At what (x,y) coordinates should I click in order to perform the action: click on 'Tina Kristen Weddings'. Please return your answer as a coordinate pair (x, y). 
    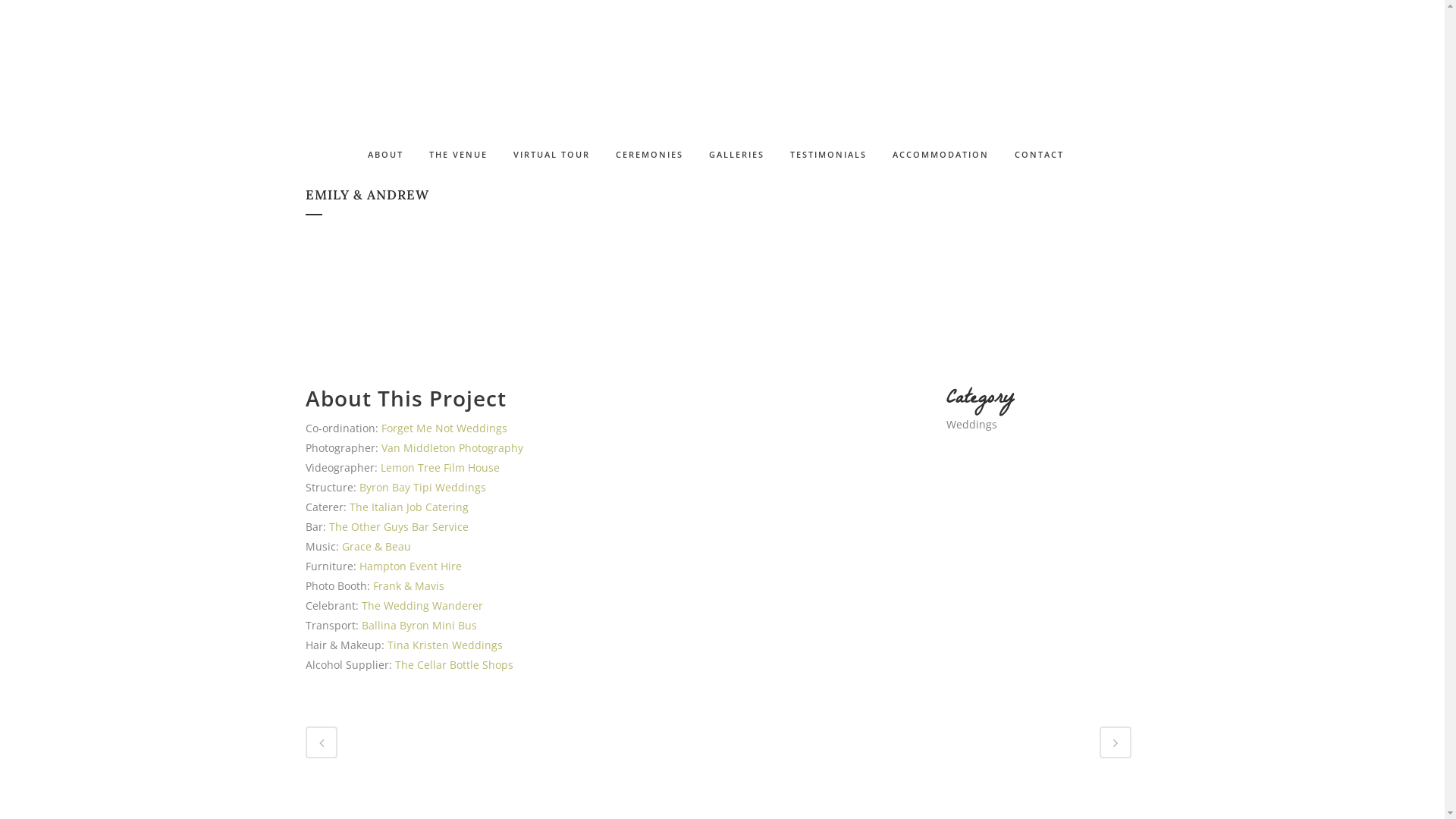
    Looking at the image, I should click on (443, 645).